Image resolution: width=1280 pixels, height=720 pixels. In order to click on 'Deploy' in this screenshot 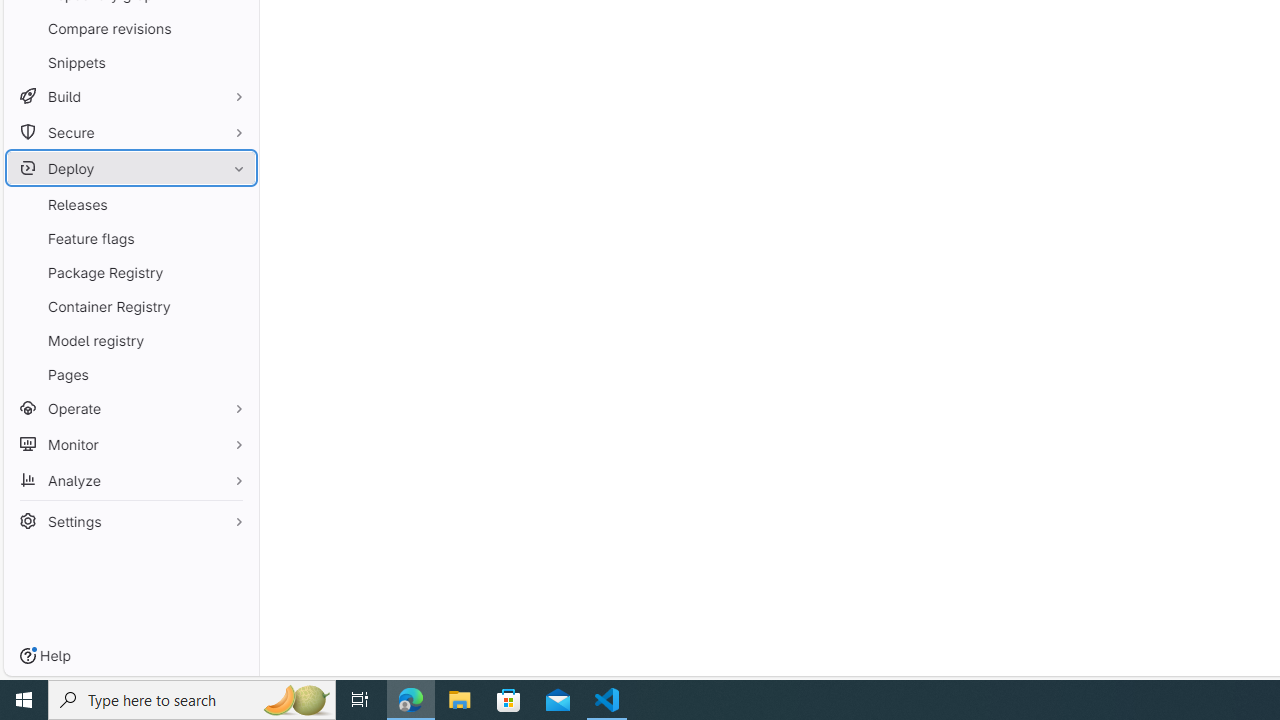, I will do `click(130, 167)`.